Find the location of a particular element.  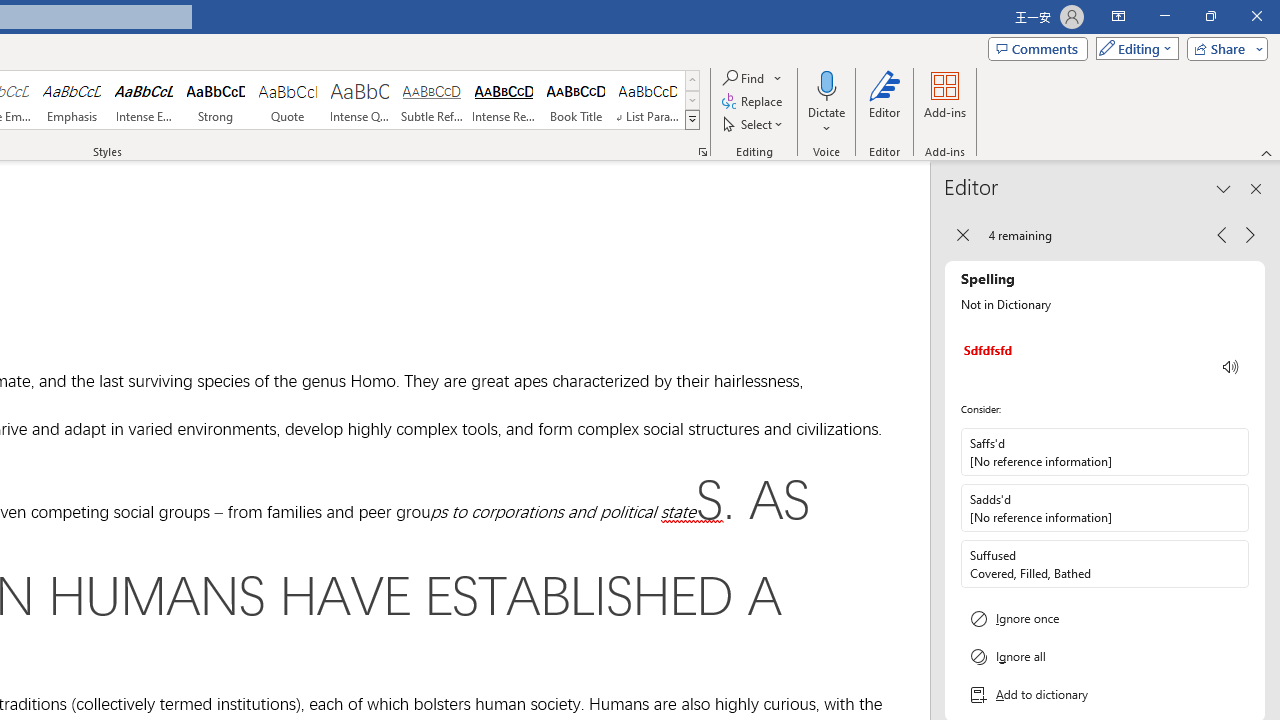

'Previous Issue, 4 remaining' is located at coordinates (1220, 233).